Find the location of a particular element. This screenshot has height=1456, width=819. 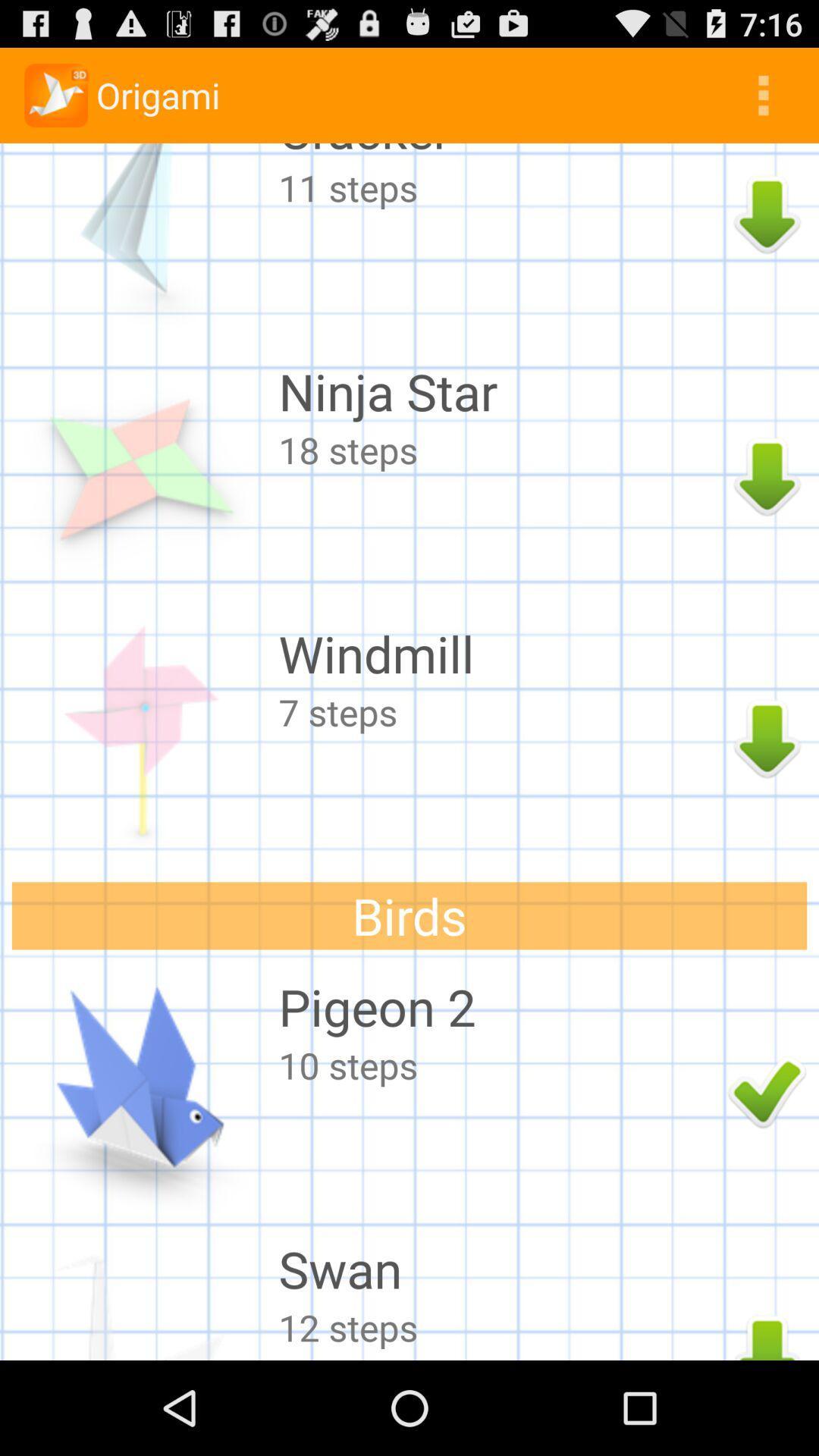

birds item is located at coordinates (409, 915).